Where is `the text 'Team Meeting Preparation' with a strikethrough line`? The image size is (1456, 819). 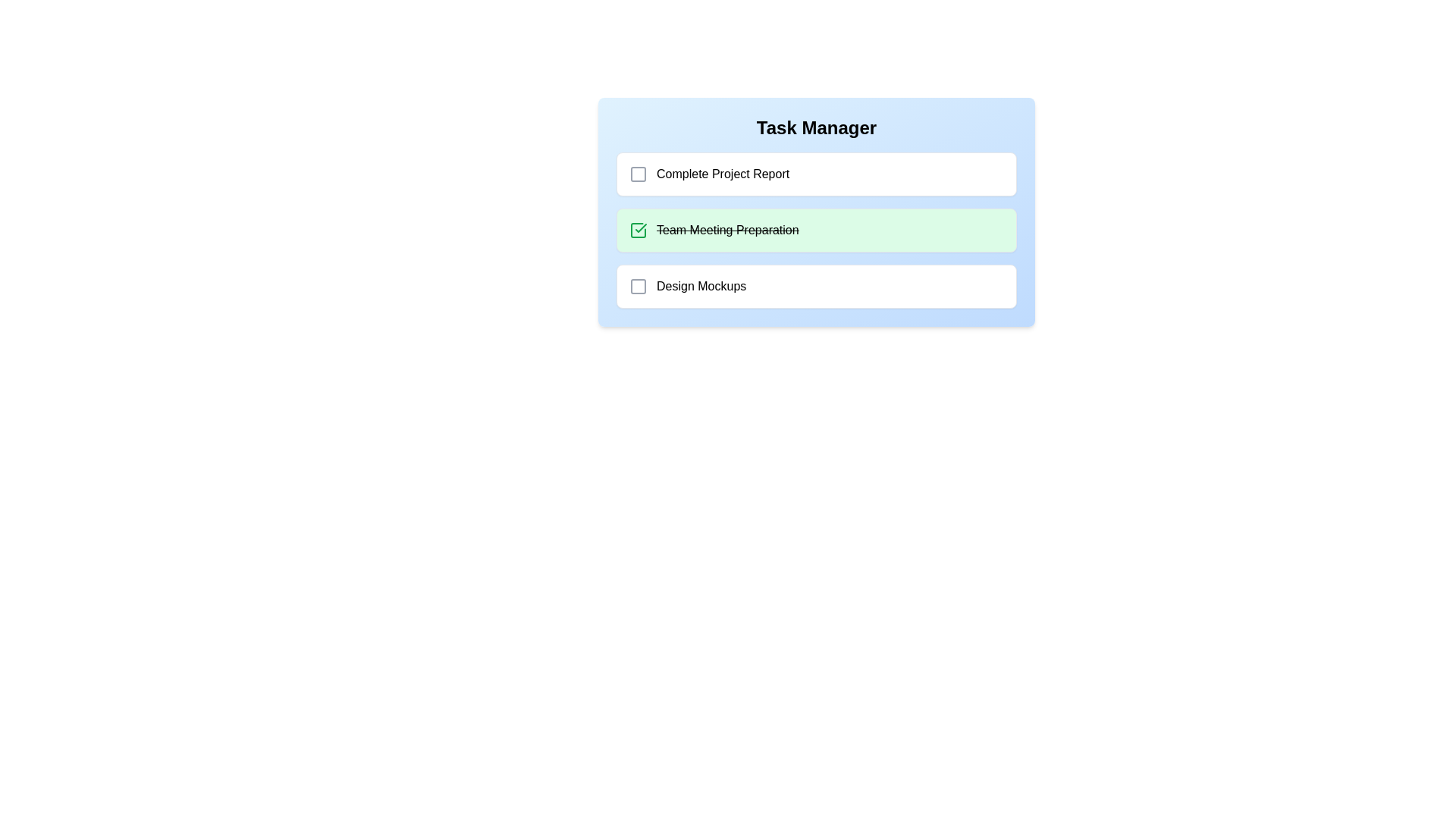
the text 'Team Meeting Preparation' with a strikethrough line is located at coordinates (726, 231).